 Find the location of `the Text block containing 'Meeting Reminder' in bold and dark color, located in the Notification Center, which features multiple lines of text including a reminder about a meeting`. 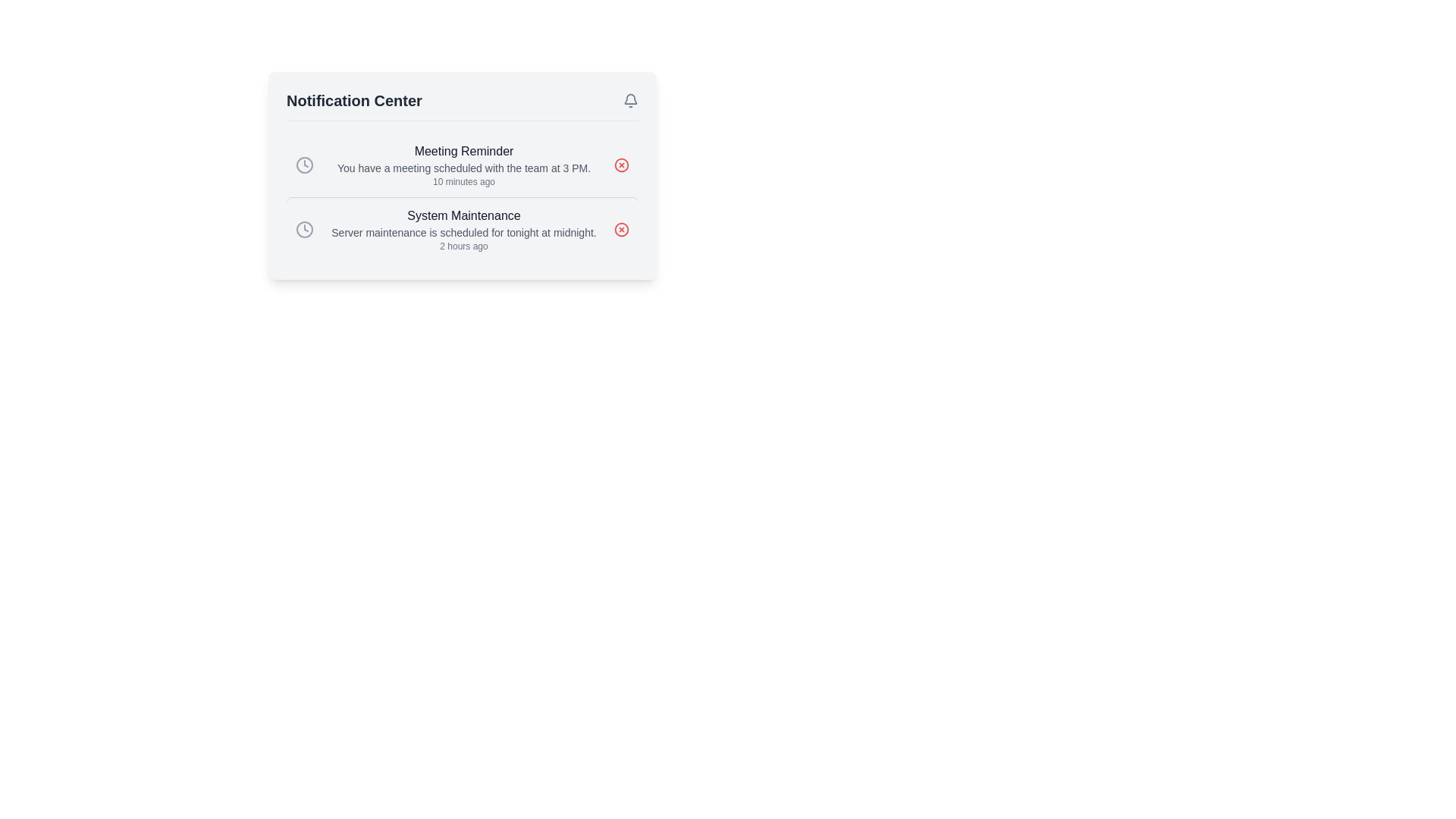

the Text block containing 'Meeting Reminder' in bold and dark color, located in the Notification Center, which features multiple lines of text including a reminder about a meeting is located at coordinates (463, 165).